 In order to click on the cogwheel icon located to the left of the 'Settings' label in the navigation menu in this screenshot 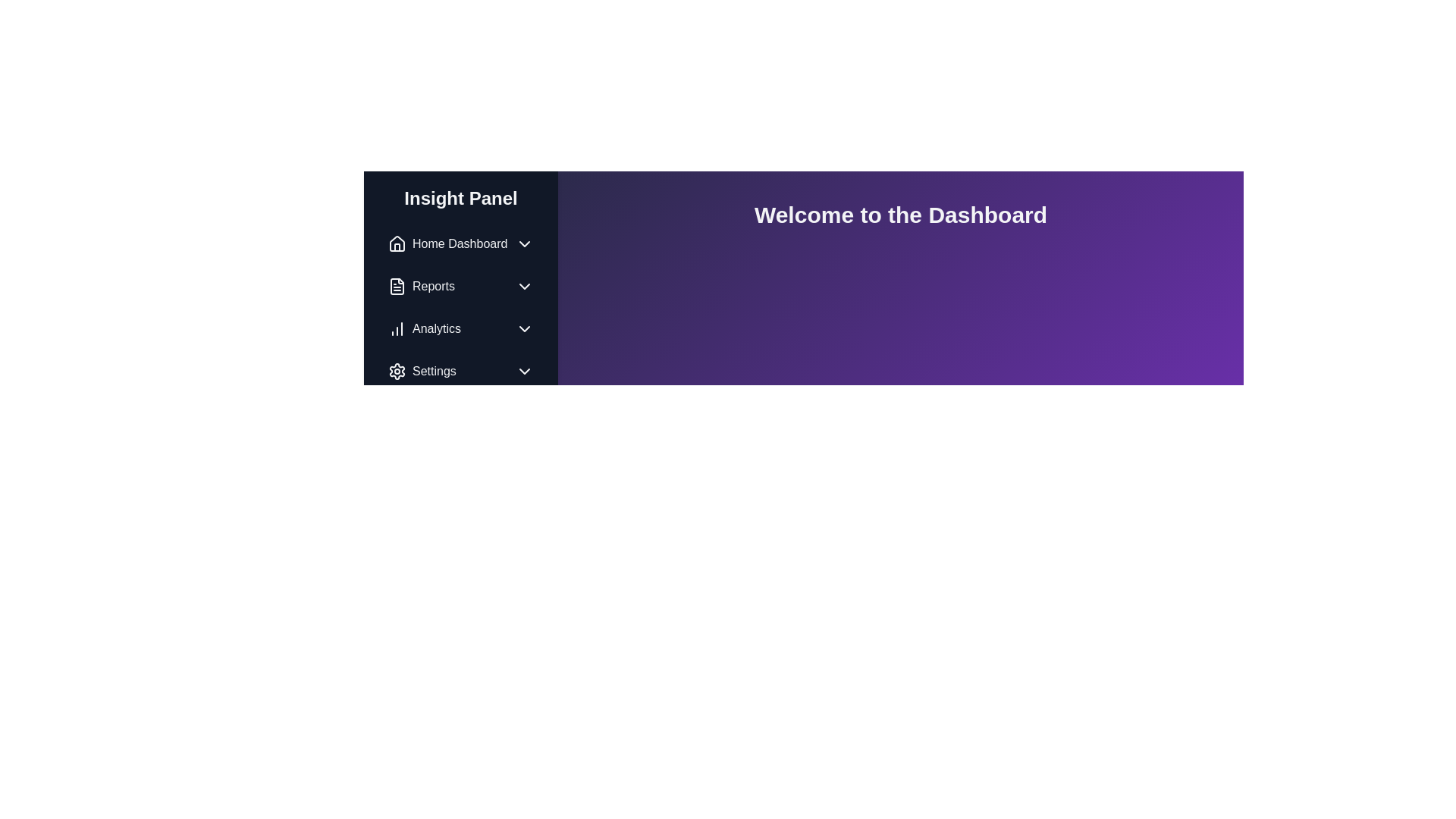, I will do `click(397, 371)`.